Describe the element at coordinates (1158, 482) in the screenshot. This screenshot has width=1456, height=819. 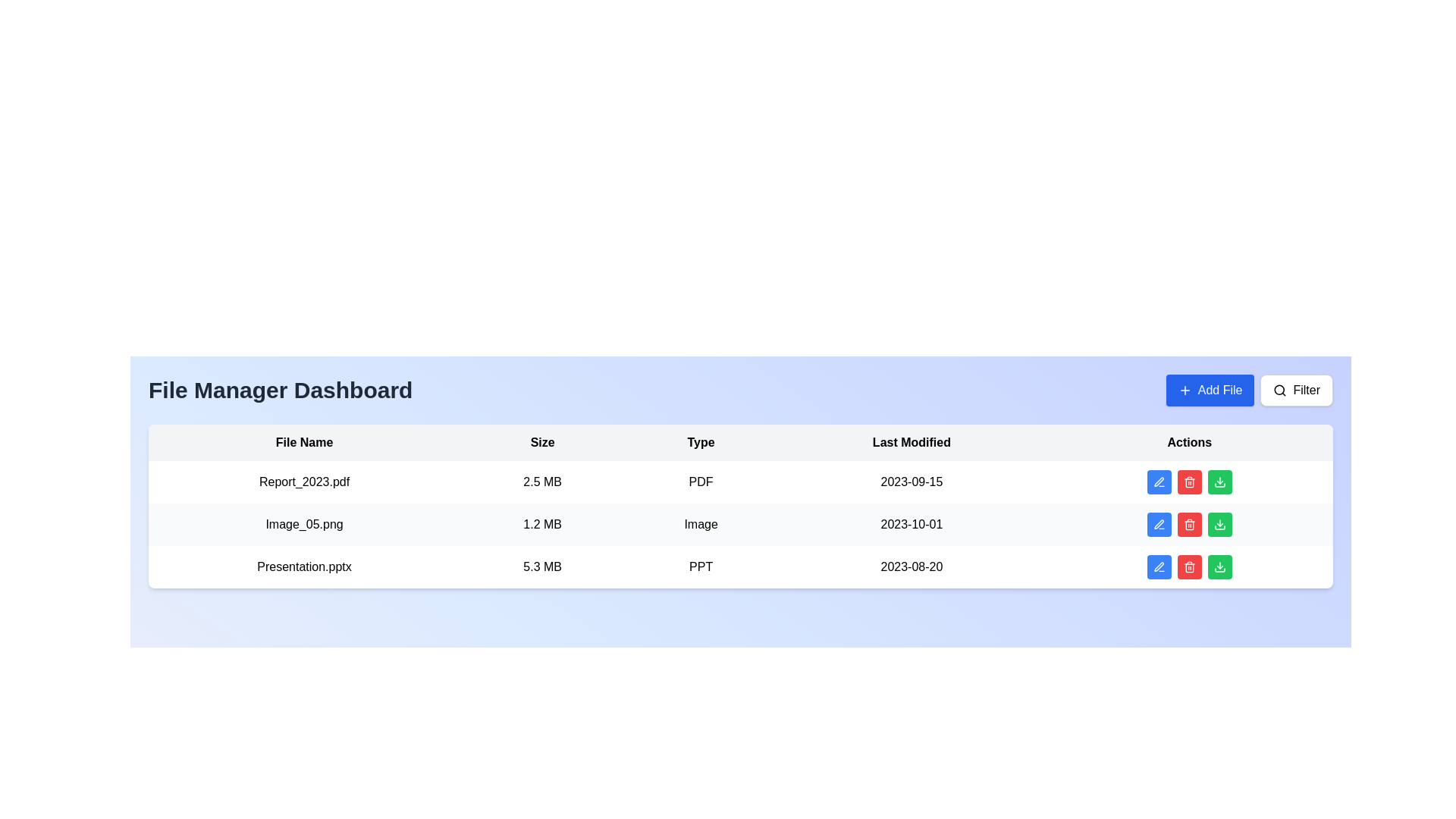
I see `the graphical action icon in the 'Actions' column of the second row corresponding to the file entry 'Image_05.png'` at that location.